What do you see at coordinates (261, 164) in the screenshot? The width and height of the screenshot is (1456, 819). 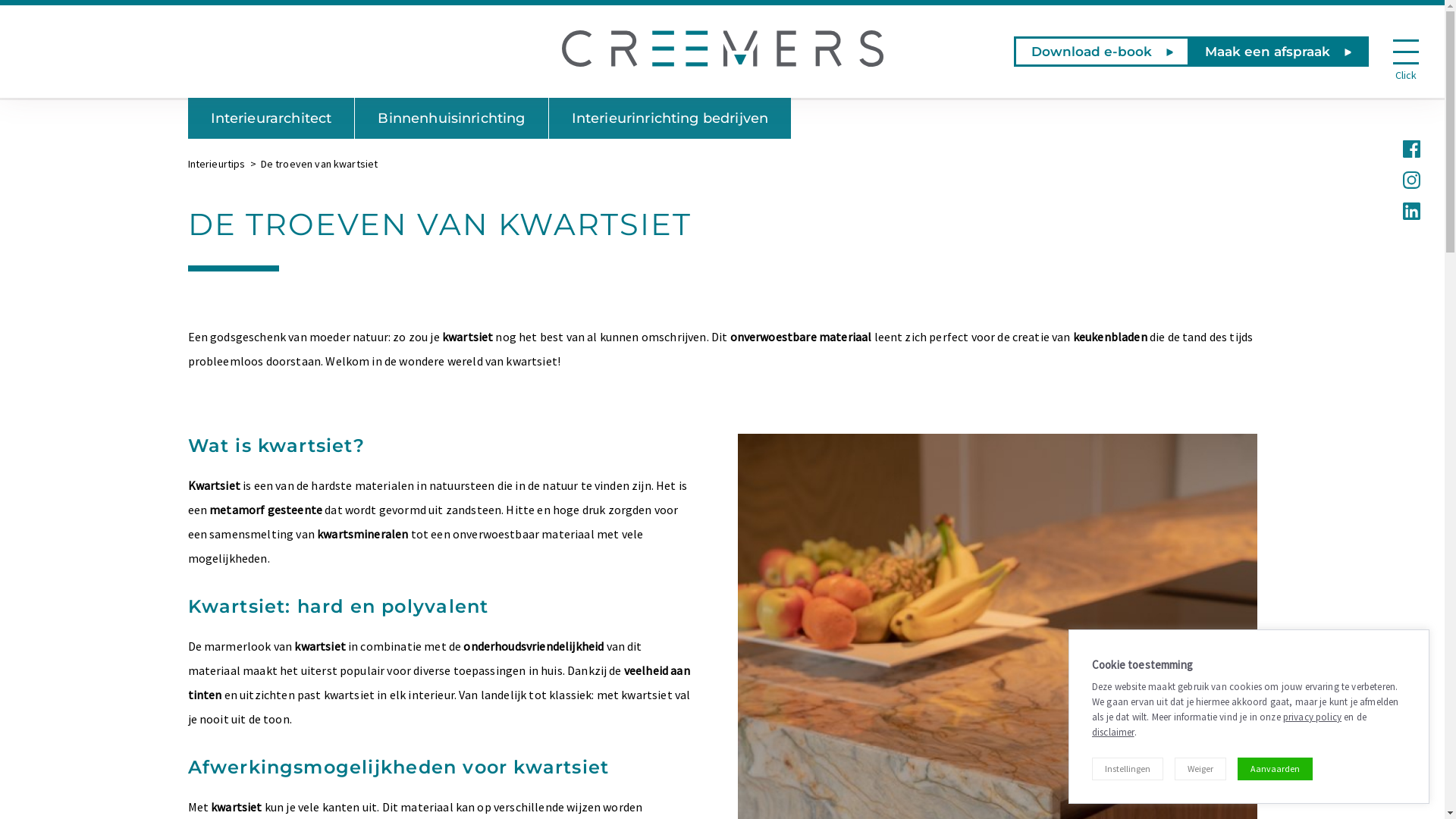 I see `'De troeven van kwartsiet'` at bounding box center [261, 164].